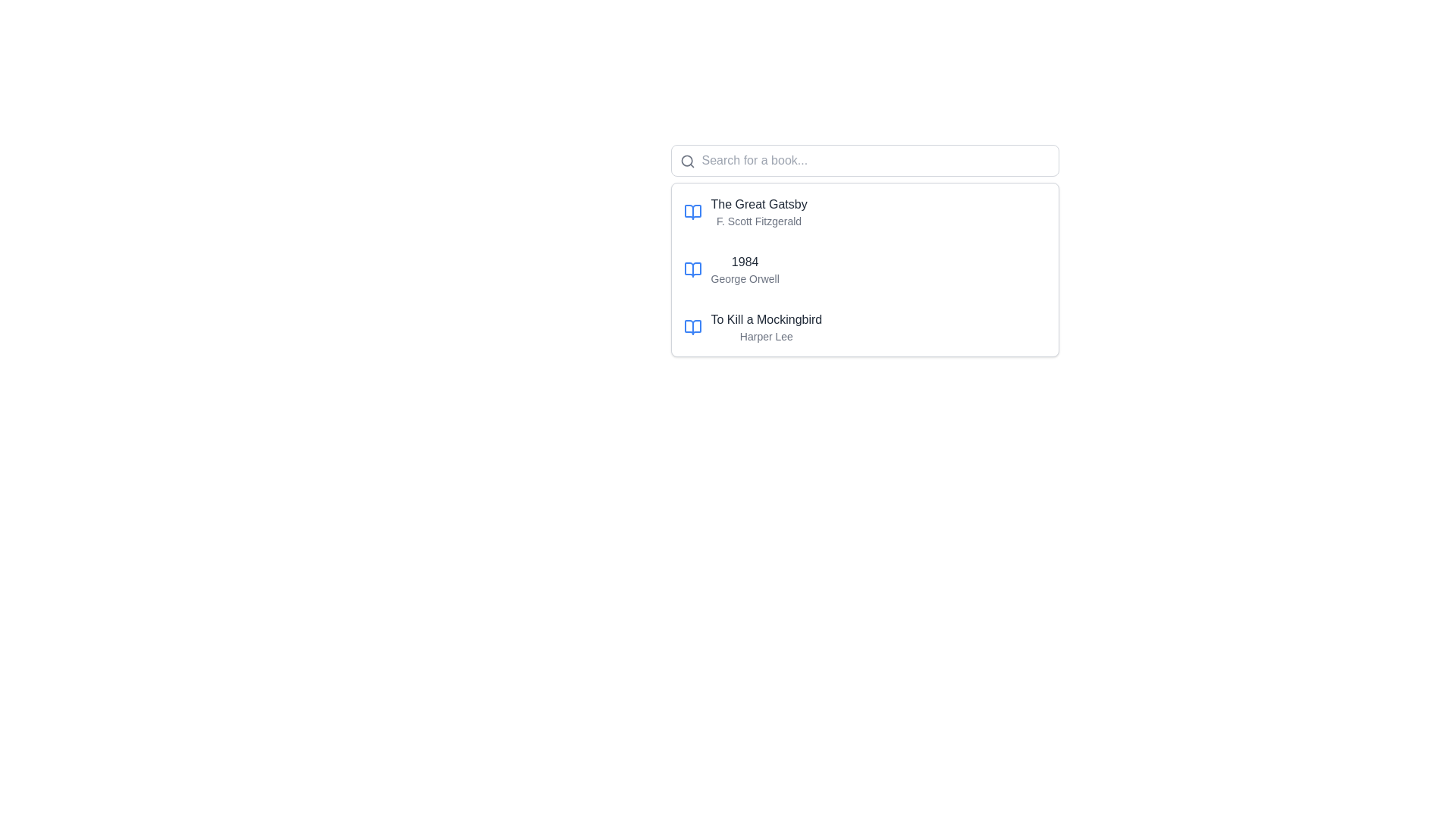  Describe the element at coordinates (745, 268) in the screenshot. I see `the static text element displaying the book title '1984' by author 'George Orwell', which is the second item in a vertical list of books` at that location.